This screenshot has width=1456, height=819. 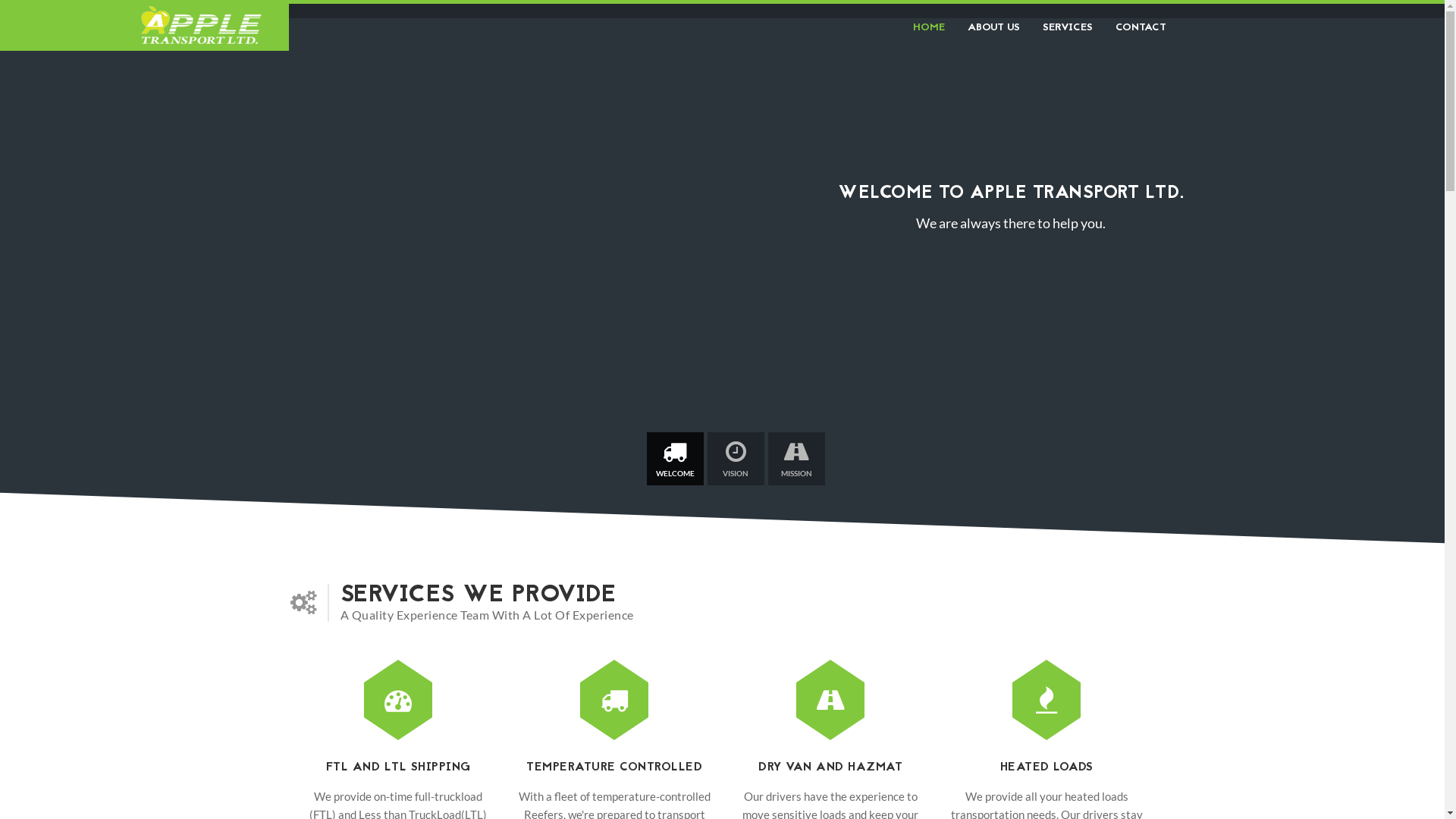 I want to click on 'HOME', so click(x=901, y=27).